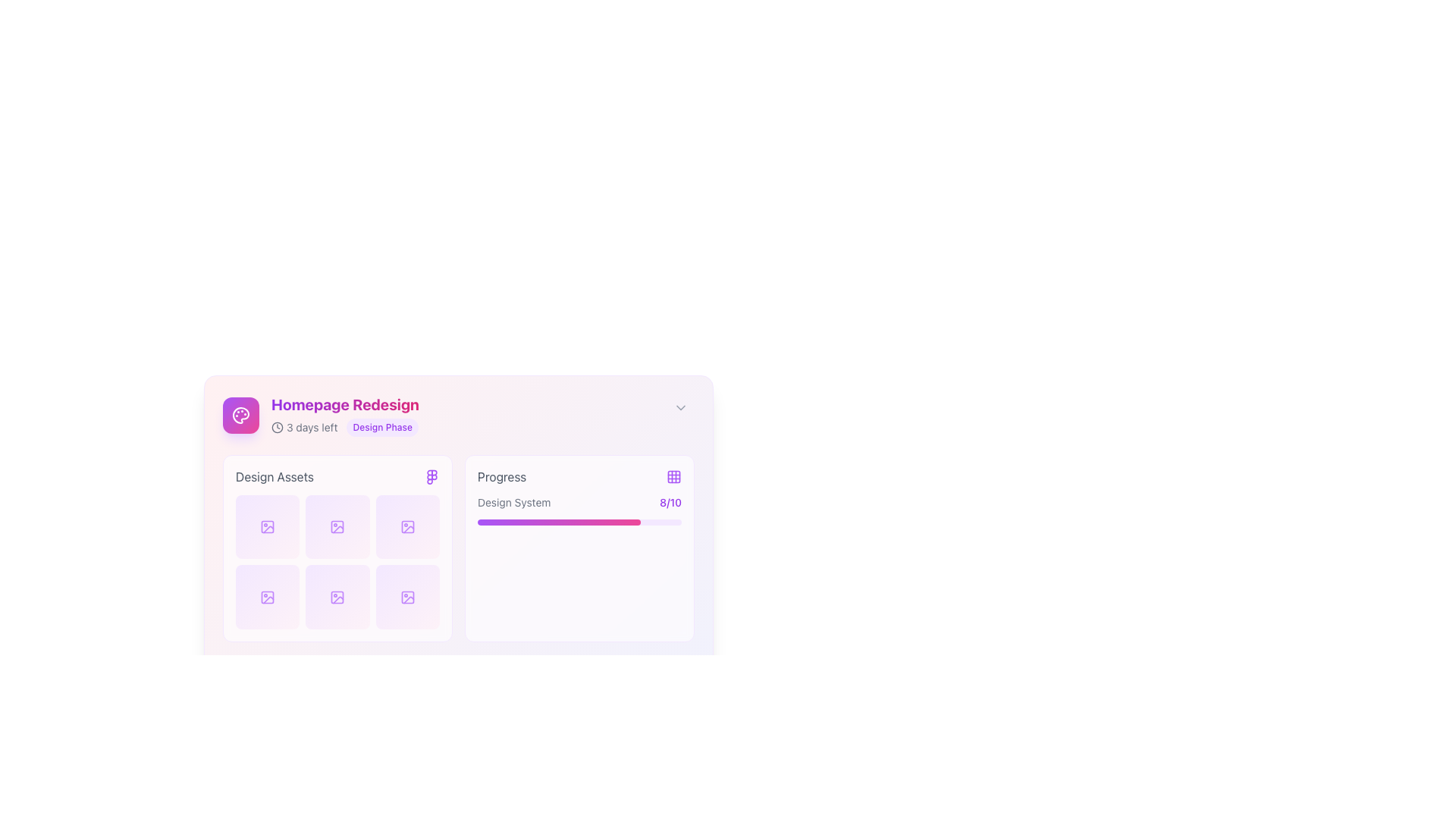 This screenshot has width=1456, height=819. What do you see at coordinates (337, 596) in the screenshot?
I see `the soft purple rectangular icon with rounded corners in the second column of the second row of a grid layout` at bounding box center [337, 596].